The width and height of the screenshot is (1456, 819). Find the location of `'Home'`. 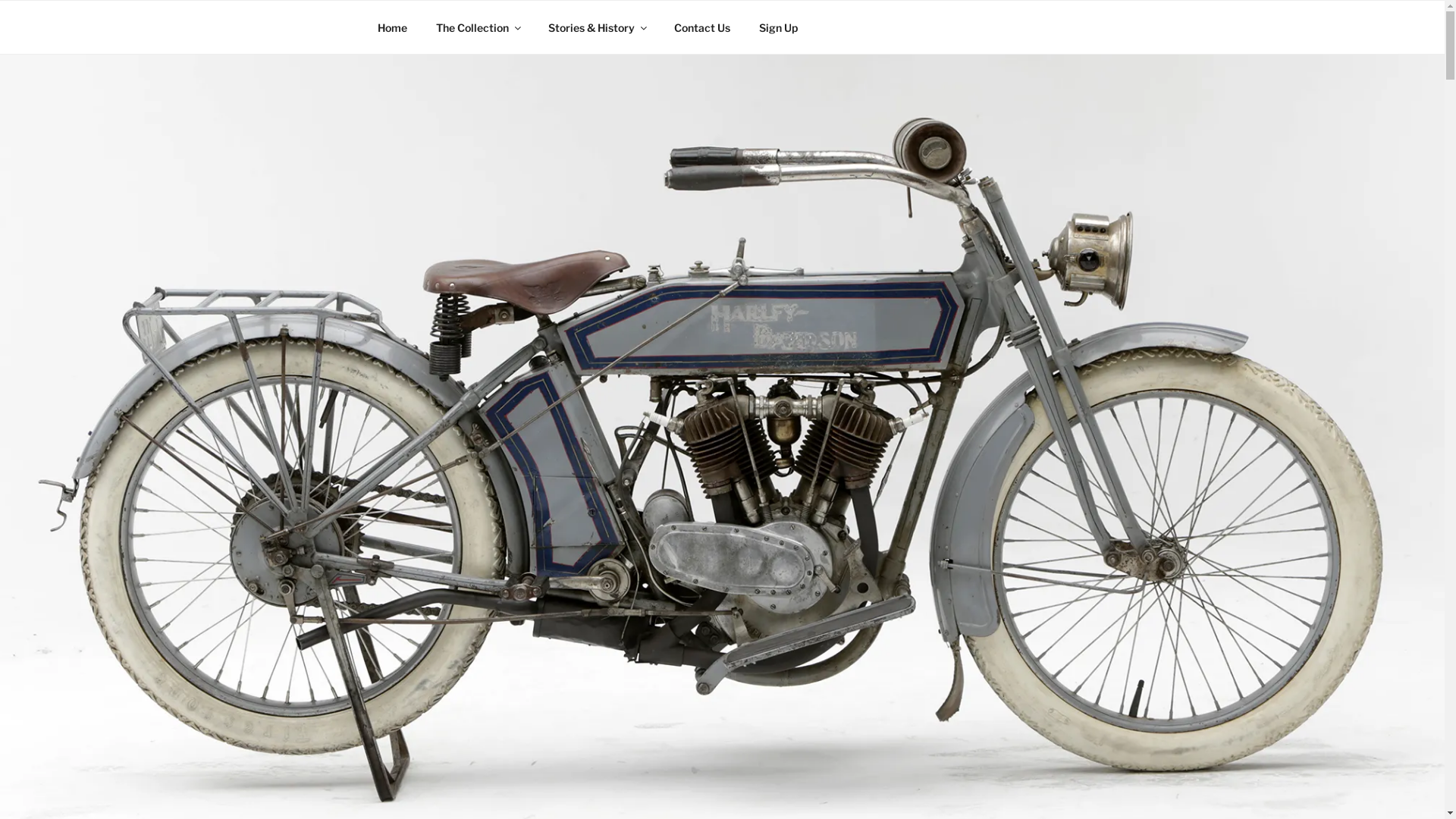

'Home' is located at coordinates (392, 27).